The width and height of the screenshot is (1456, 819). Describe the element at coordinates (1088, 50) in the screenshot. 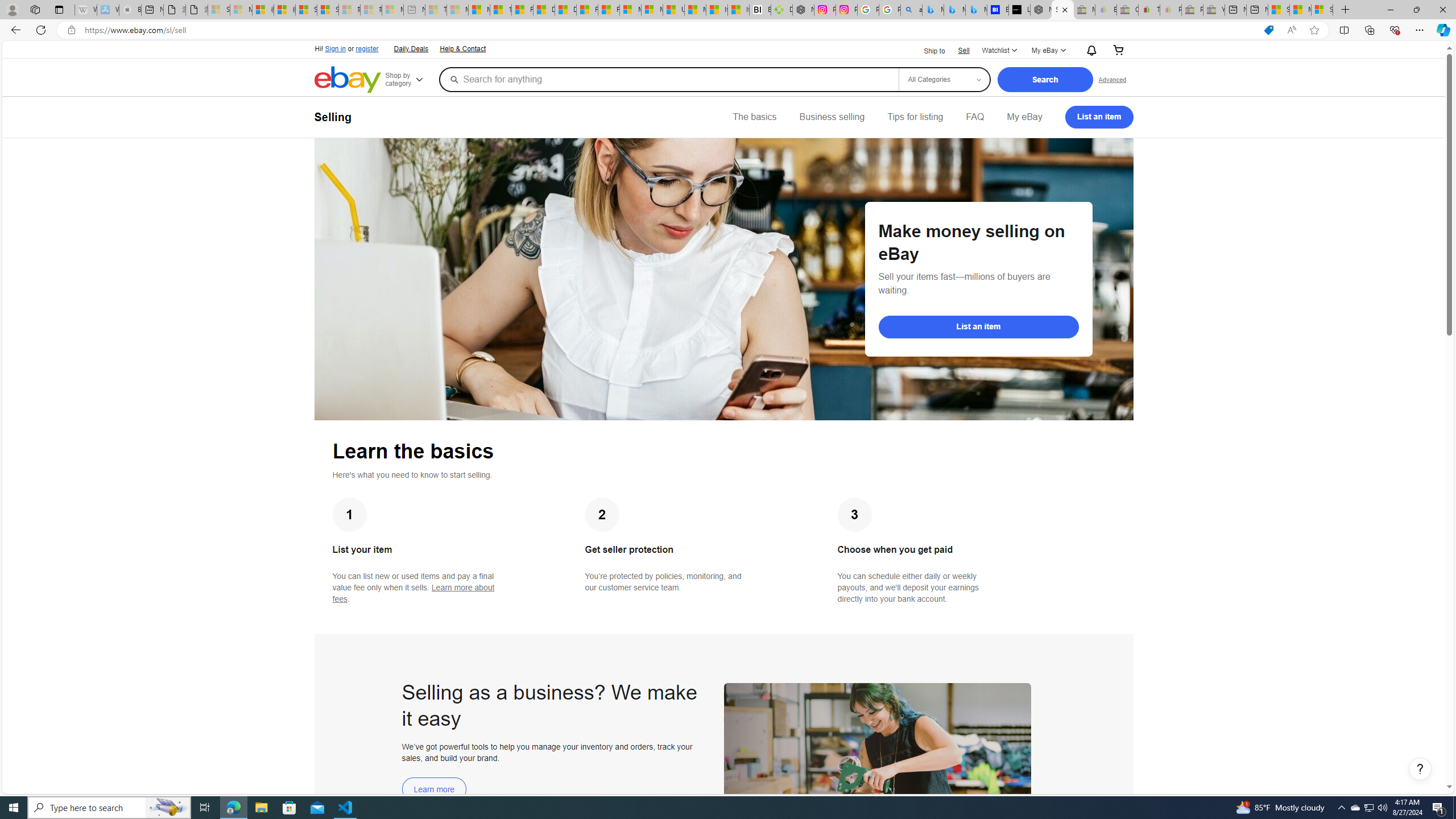

I see `'Notifications'` at that location.